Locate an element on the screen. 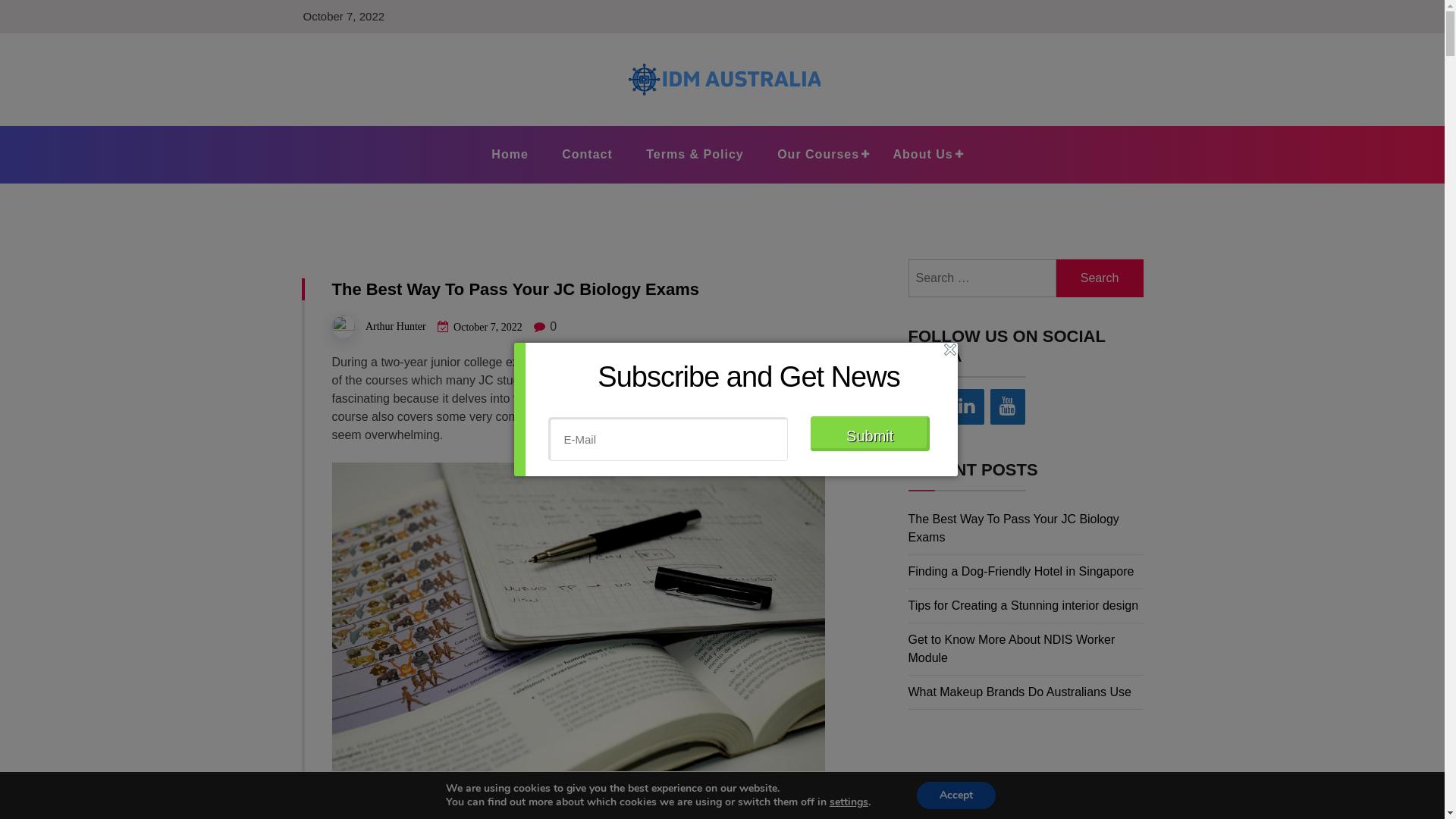  'Tips for Creating a Stunning interior design' is located at coordinates (1023, 604).